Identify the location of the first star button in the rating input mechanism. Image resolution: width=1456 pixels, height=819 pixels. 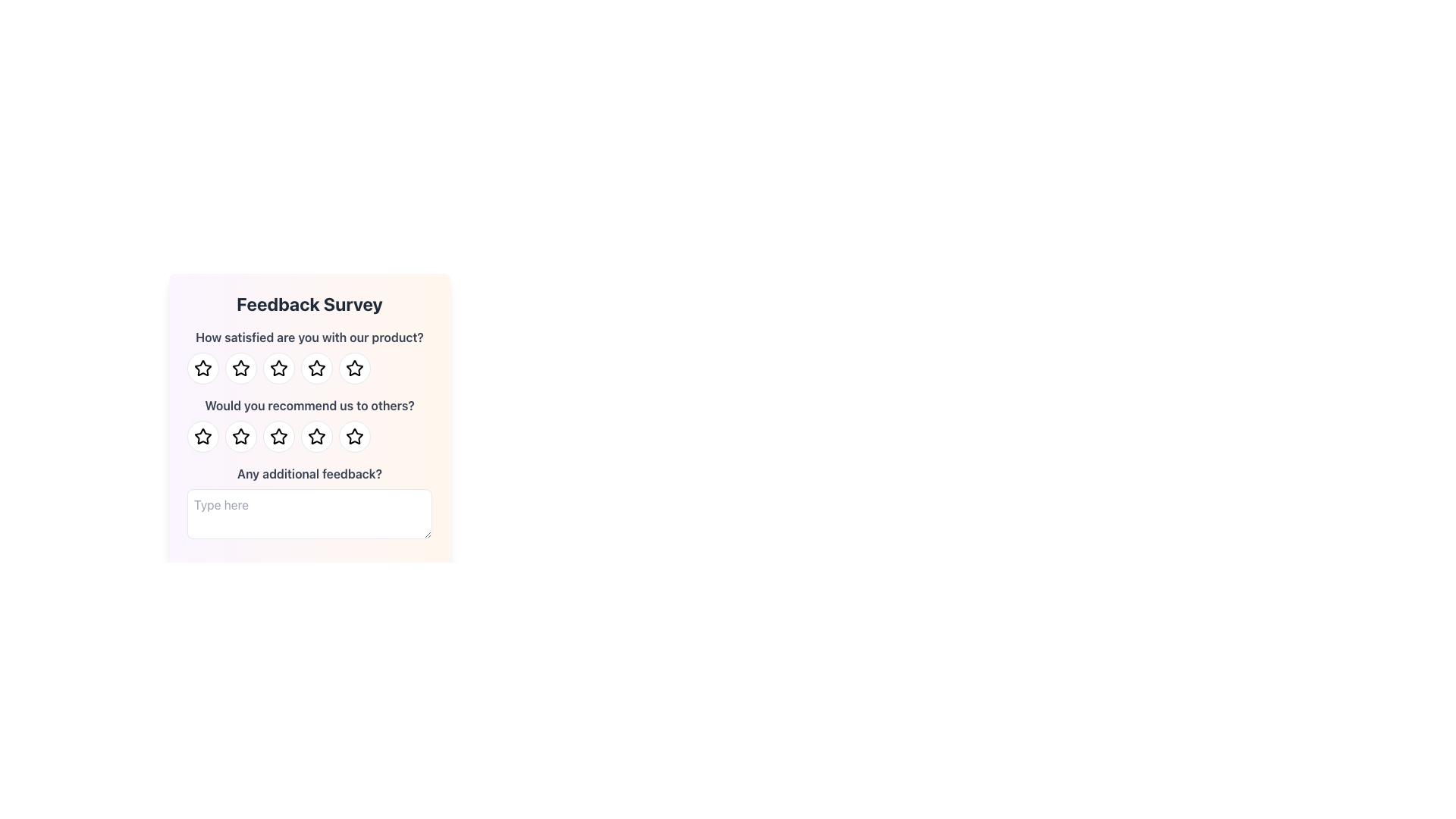
(202, 369).